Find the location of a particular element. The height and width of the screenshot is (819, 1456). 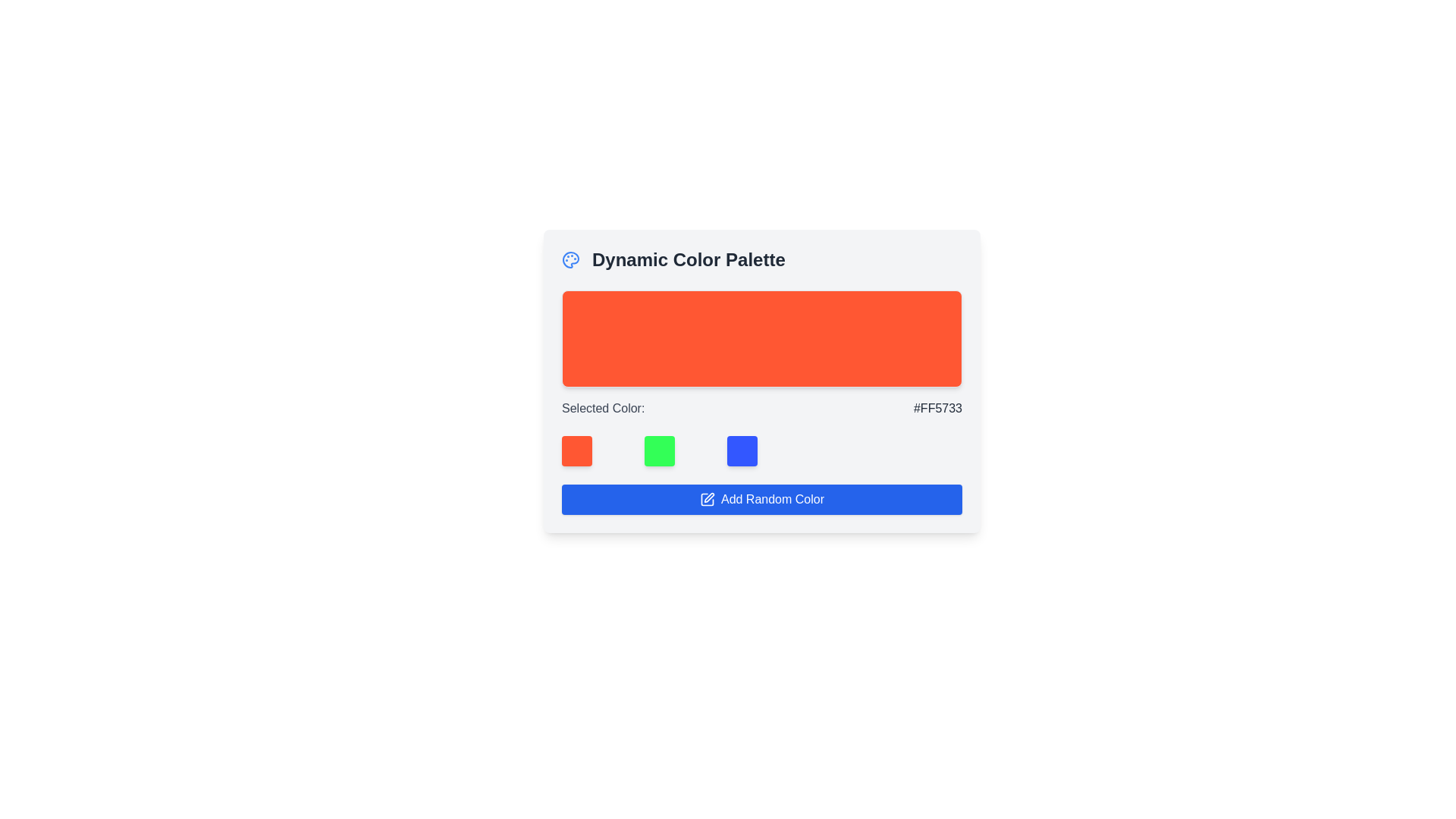

the second square-shaped button with a bright green background located between a red square on the left and a blue square on the right, below the text 'Selected Color:' is located at coordinates (659, 450).